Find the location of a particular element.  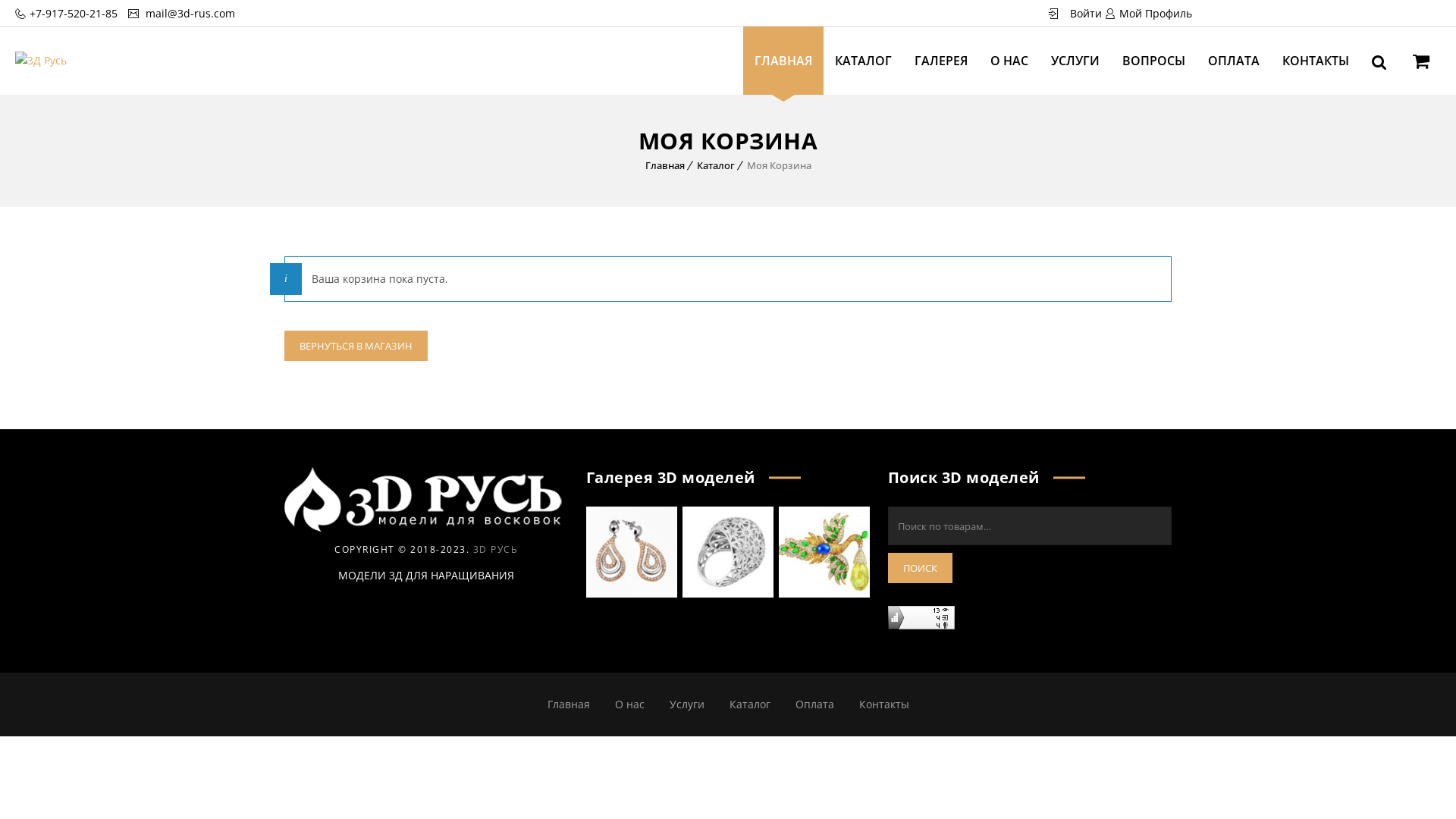

'View Shopping Cart' is located at coordinates (1420, 62).